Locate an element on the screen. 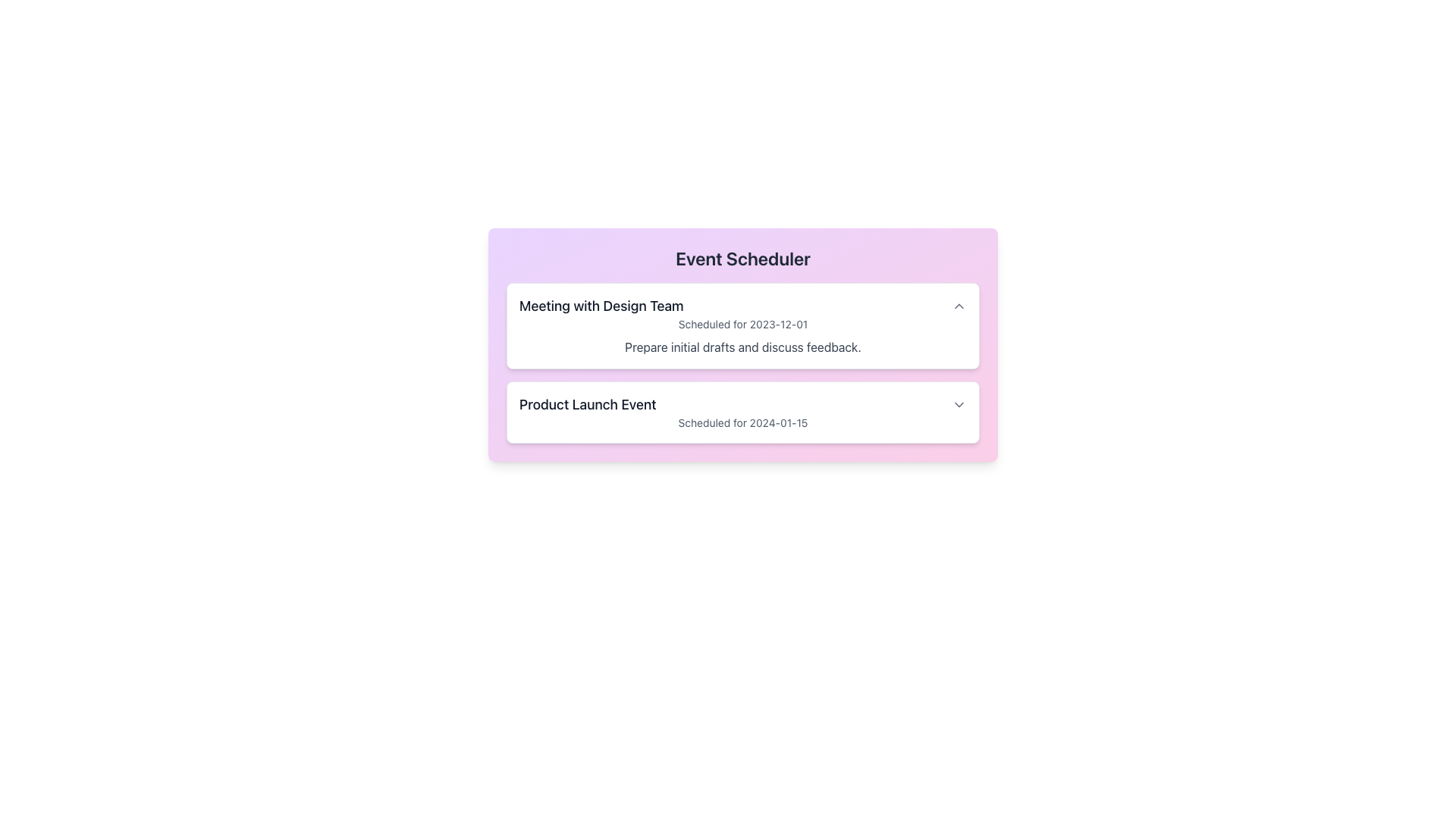 This screenshot has height=819, width=1456. the text label that serves as a title for a scheduled event, located at the top of a rectangular section with a dropdown icon and additional scheduling information is located at coordinates (587, 403).